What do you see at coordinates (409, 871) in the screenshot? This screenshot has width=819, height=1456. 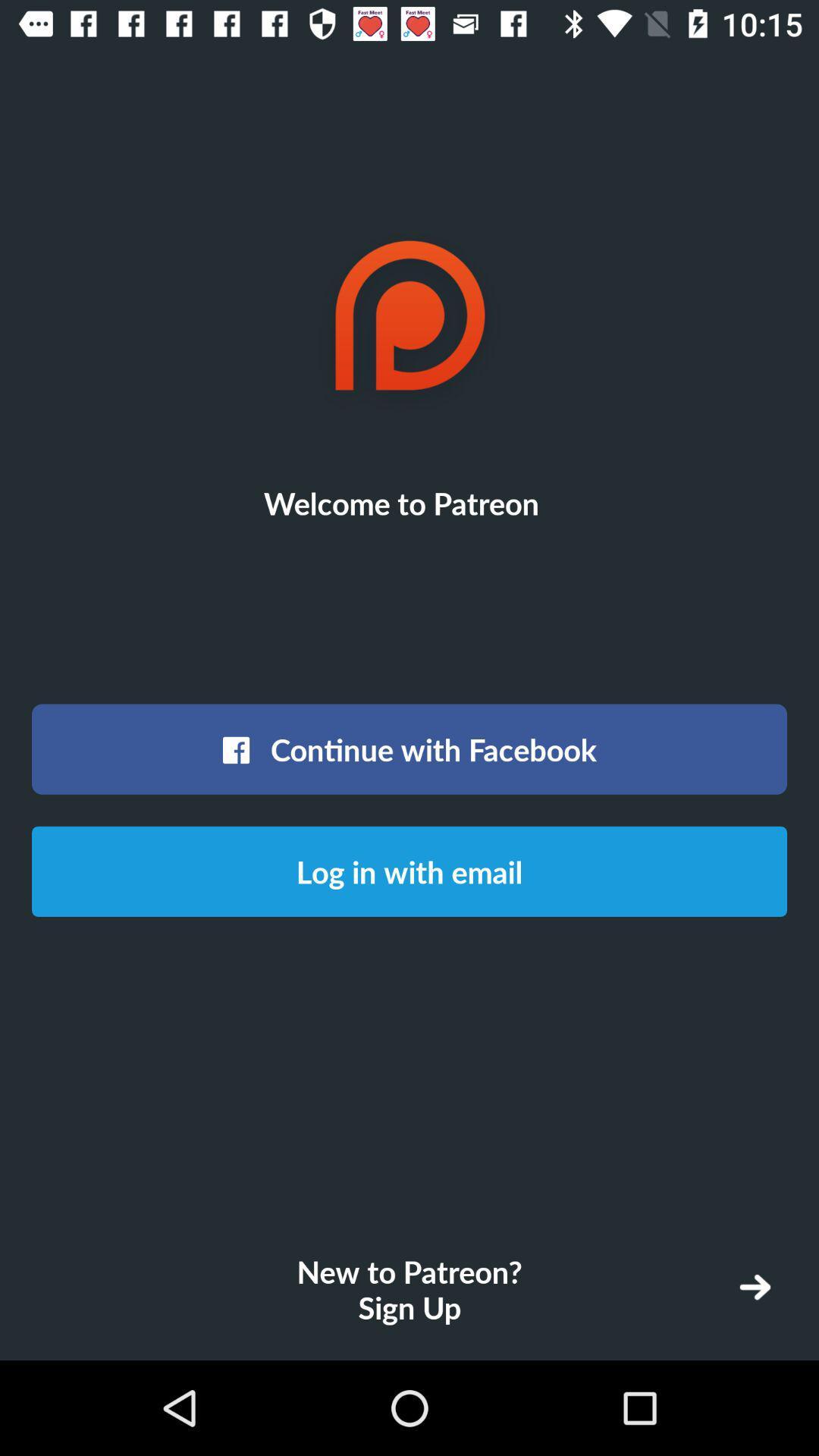 I see `the item above the new to patreon item` at bounding box center [409, 871].